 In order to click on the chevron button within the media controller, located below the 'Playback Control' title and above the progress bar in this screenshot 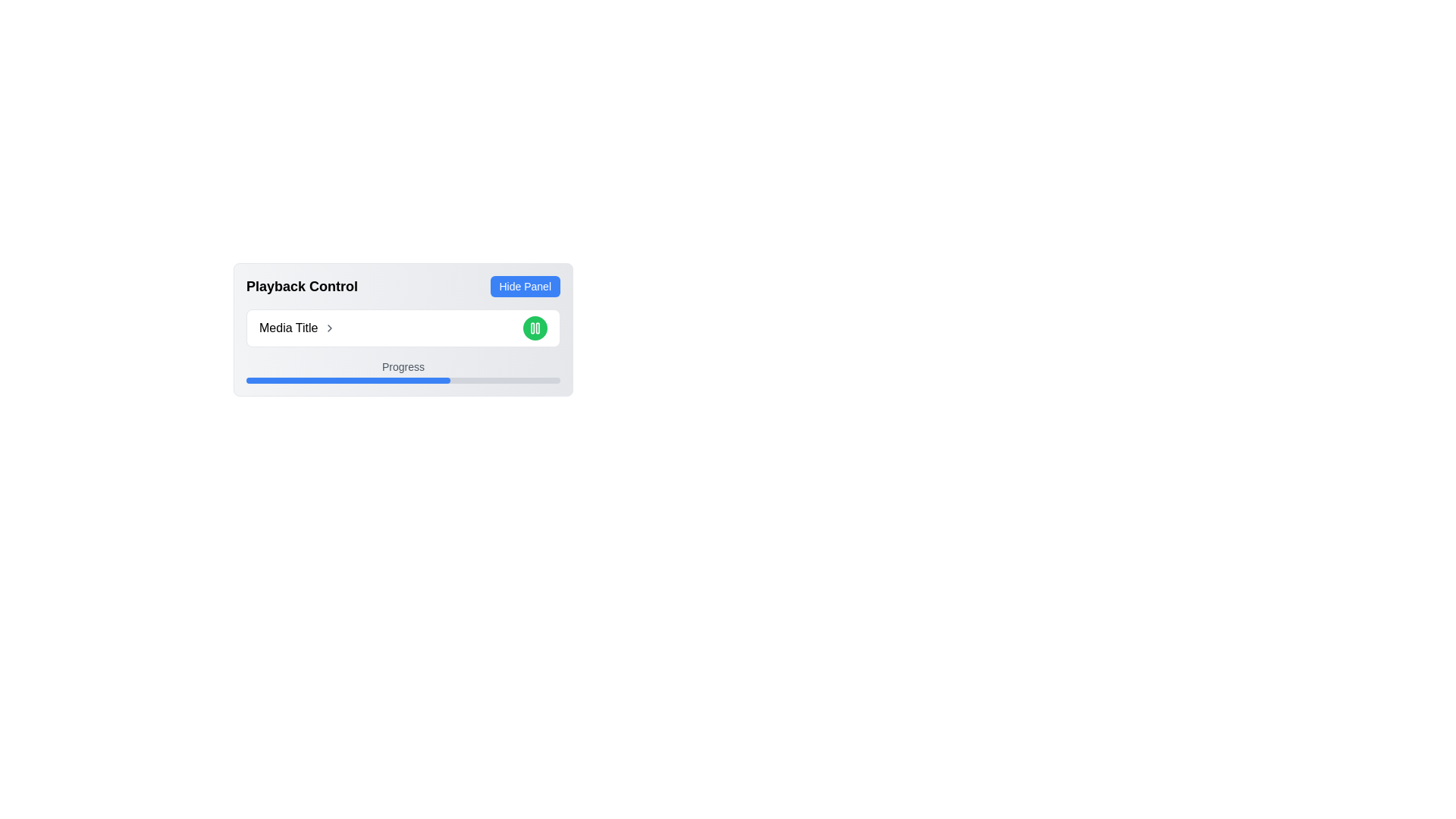, I will do `click(403, 346)`.